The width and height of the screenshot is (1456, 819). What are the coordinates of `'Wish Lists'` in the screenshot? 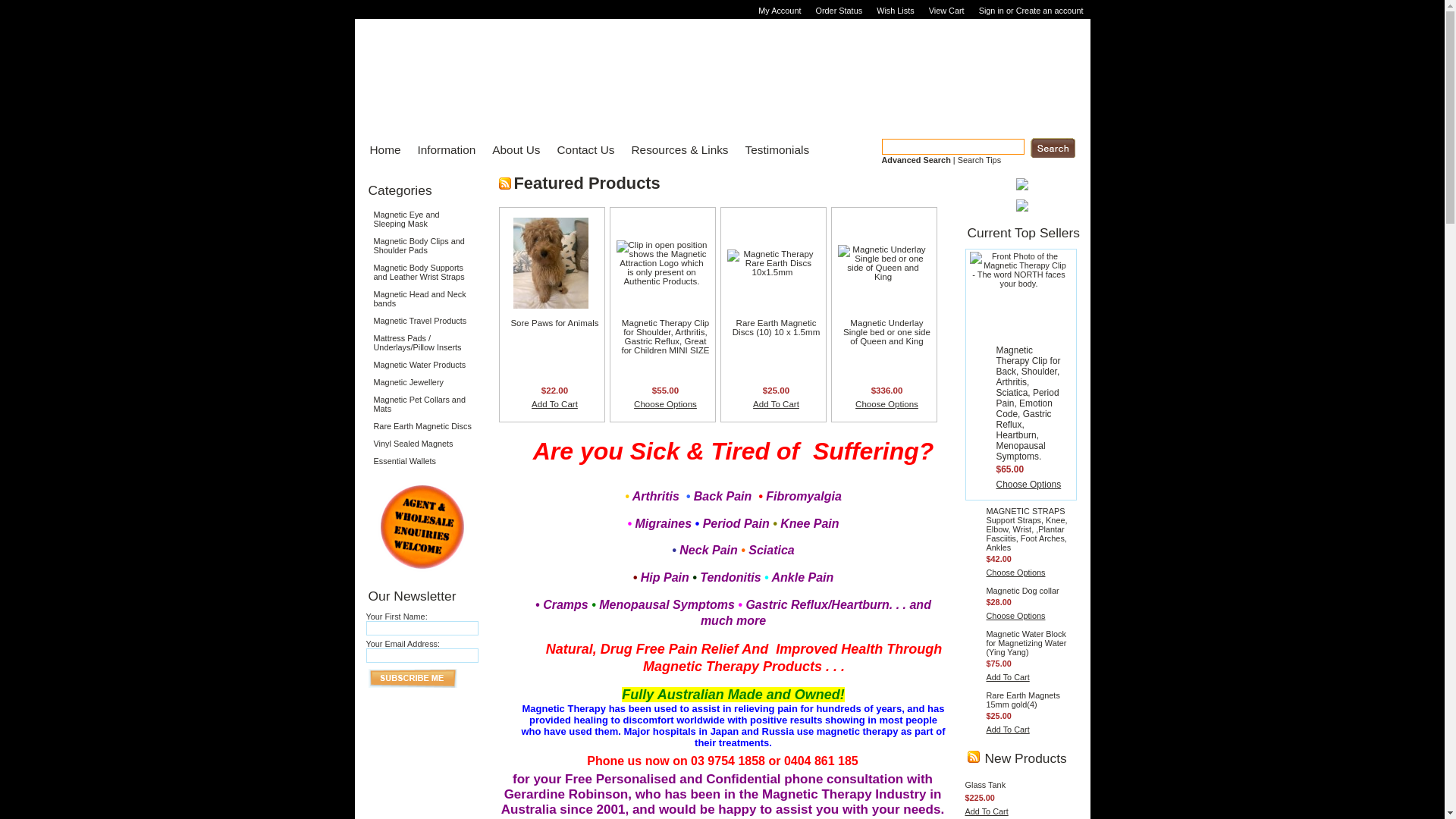 It's located at (897, 11).